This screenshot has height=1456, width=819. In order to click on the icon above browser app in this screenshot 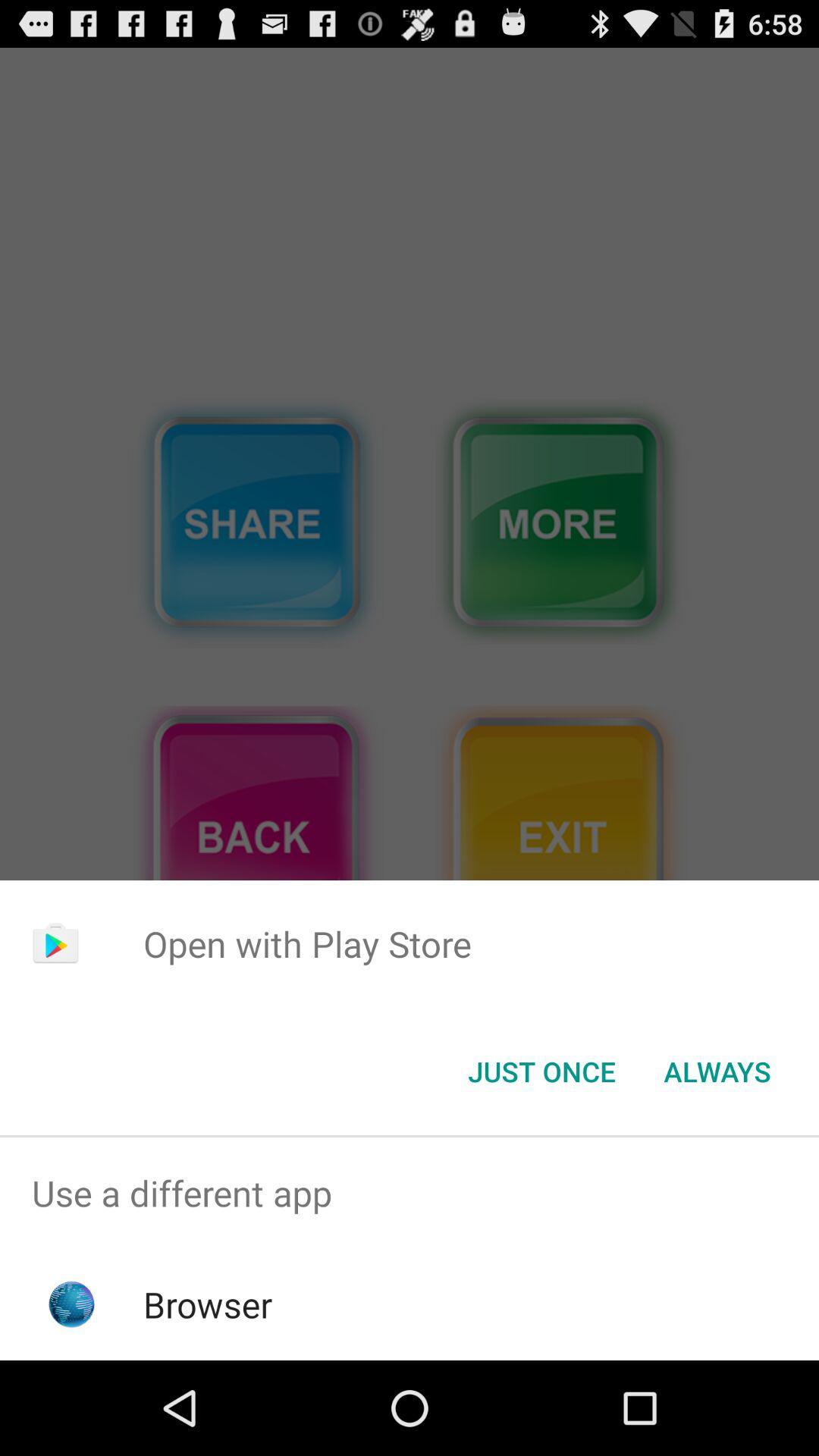, I will do `click(409, 1192)`.